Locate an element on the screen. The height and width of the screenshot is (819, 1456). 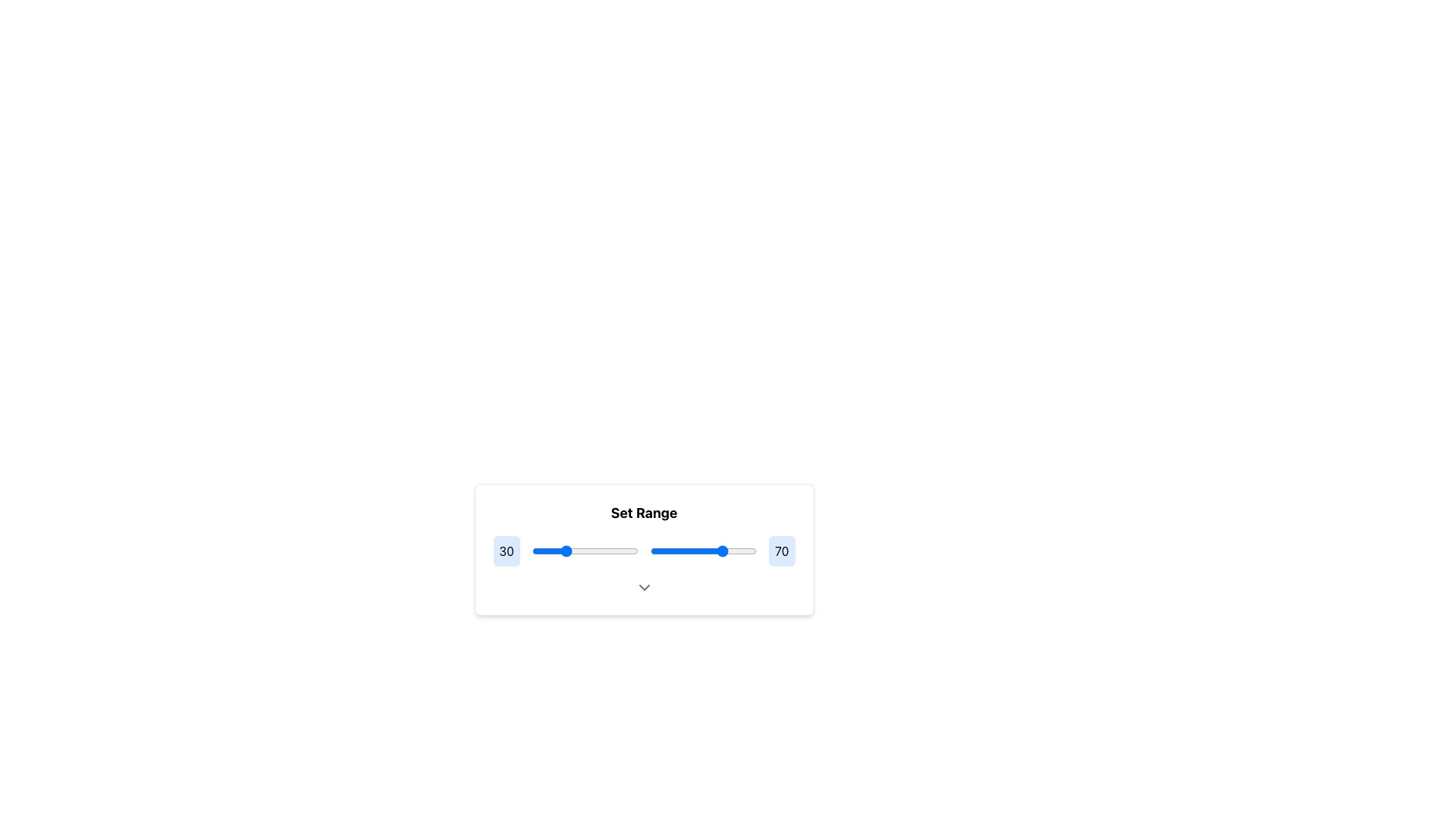
the start value of the range slider is located at coordinates (636, 551).